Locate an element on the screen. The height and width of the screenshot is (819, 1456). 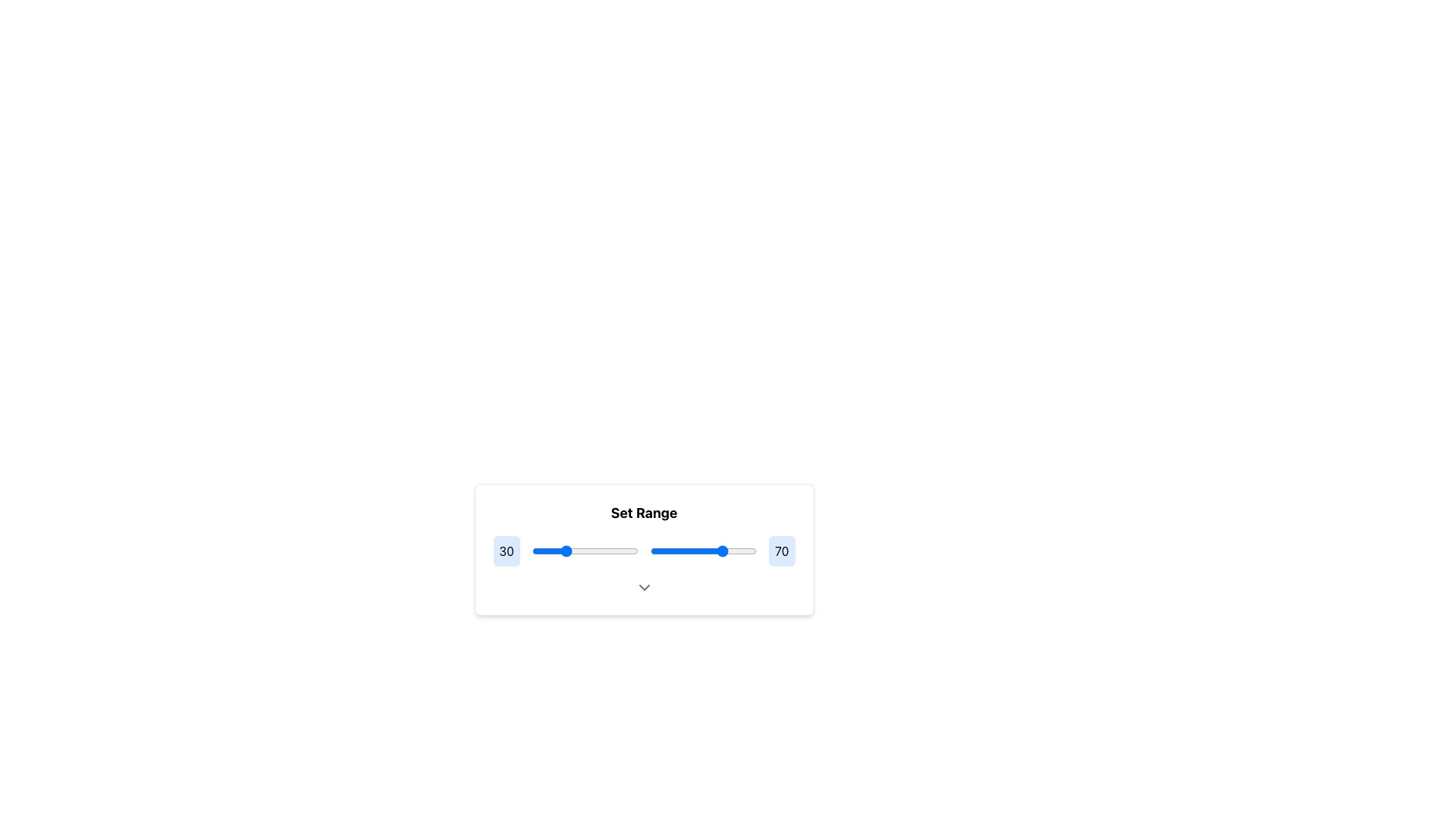
the start value of the range slider is located at coordinates (636, 551).